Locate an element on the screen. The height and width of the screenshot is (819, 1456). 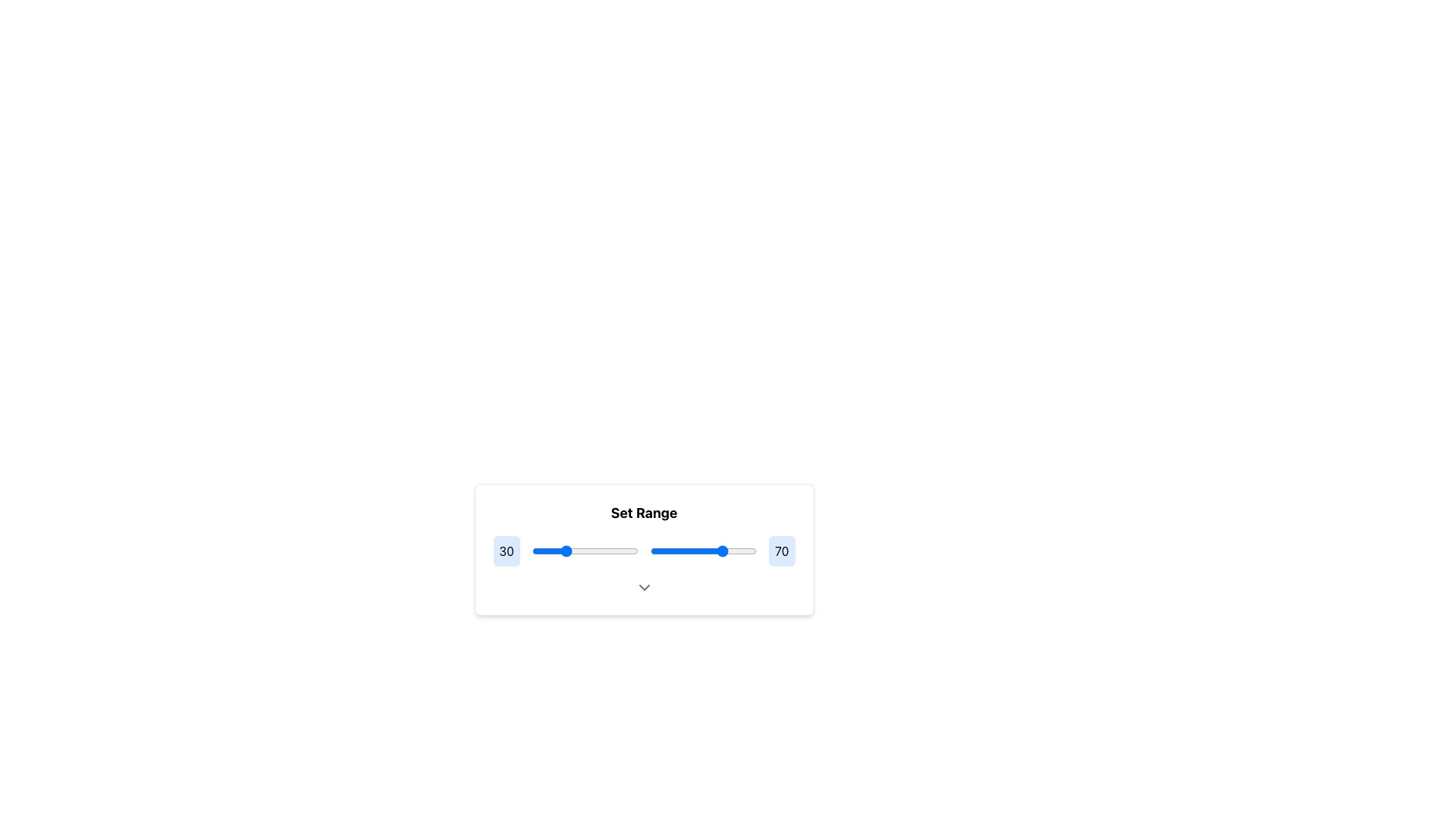
the start value of the range slider is located at coordinates (636, 551).